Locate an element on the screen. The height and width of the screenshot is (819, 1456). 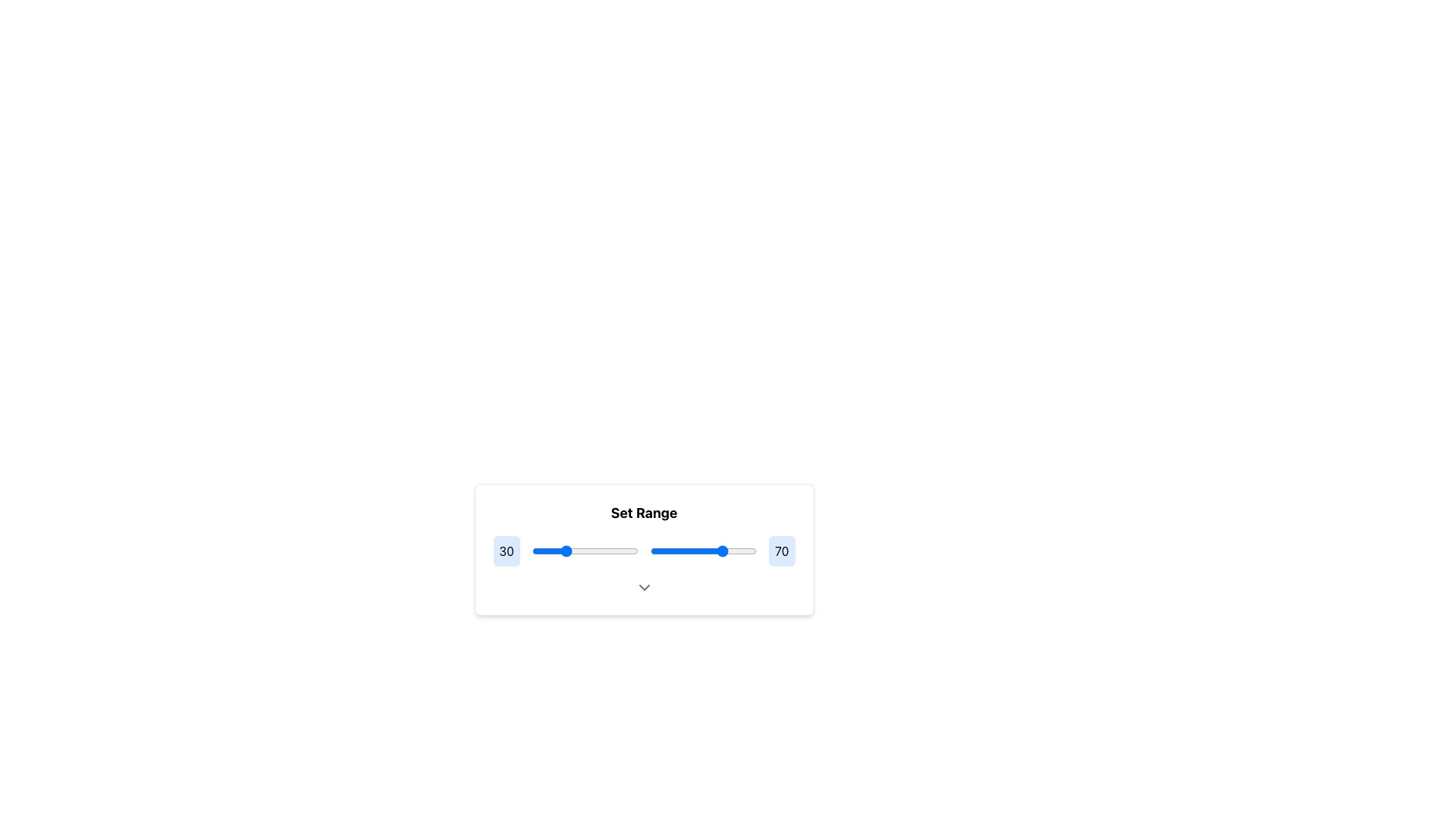
the start value of the range slider is located at coordinates (636, 551).